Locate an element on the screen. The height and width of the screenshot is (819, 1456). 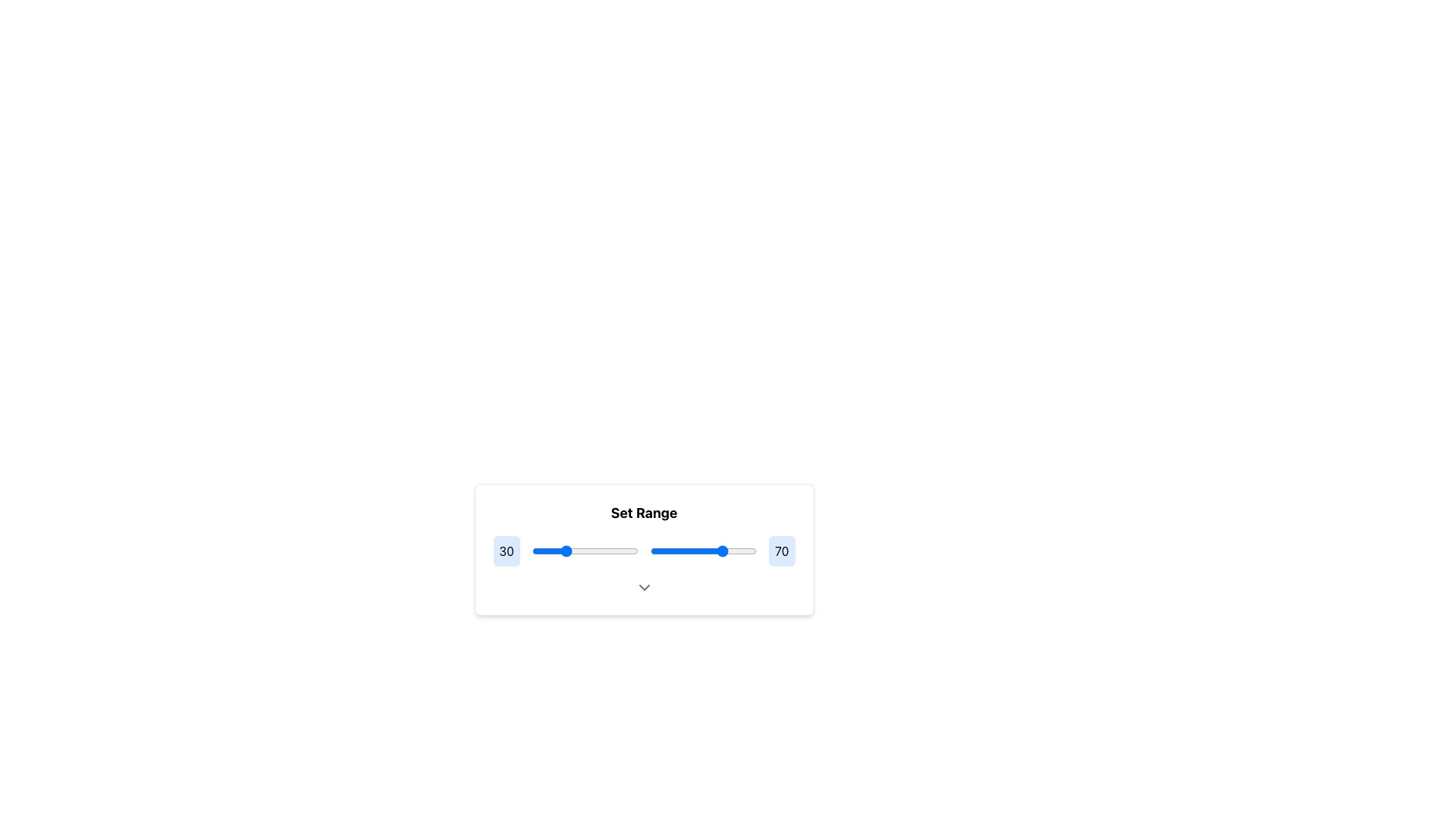
the start value of the range slider is located at coordinates (636, 551).